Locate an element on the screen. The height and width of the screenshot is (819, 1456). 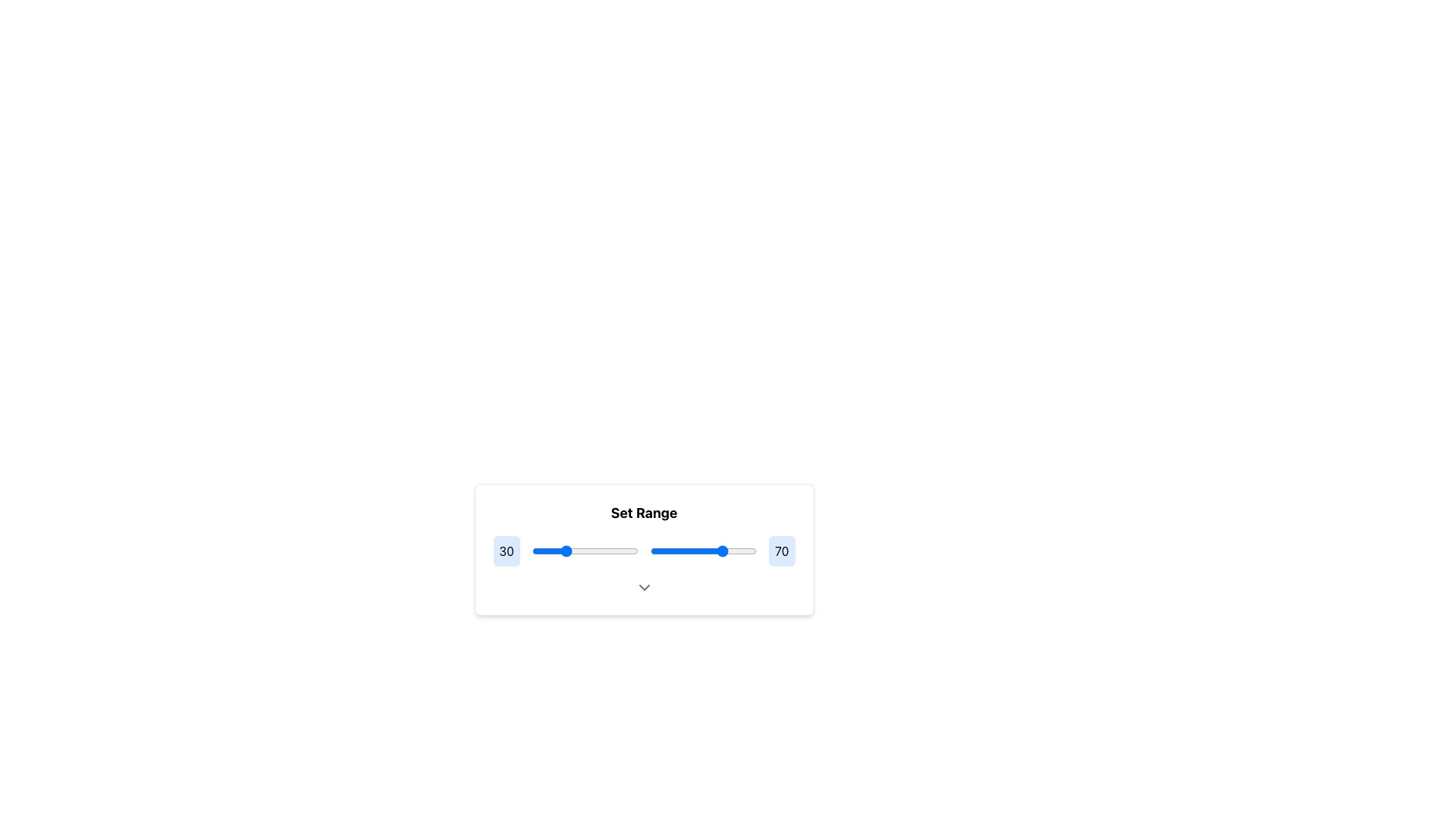
the start value of the range slider is located at coordinates (636, 551).